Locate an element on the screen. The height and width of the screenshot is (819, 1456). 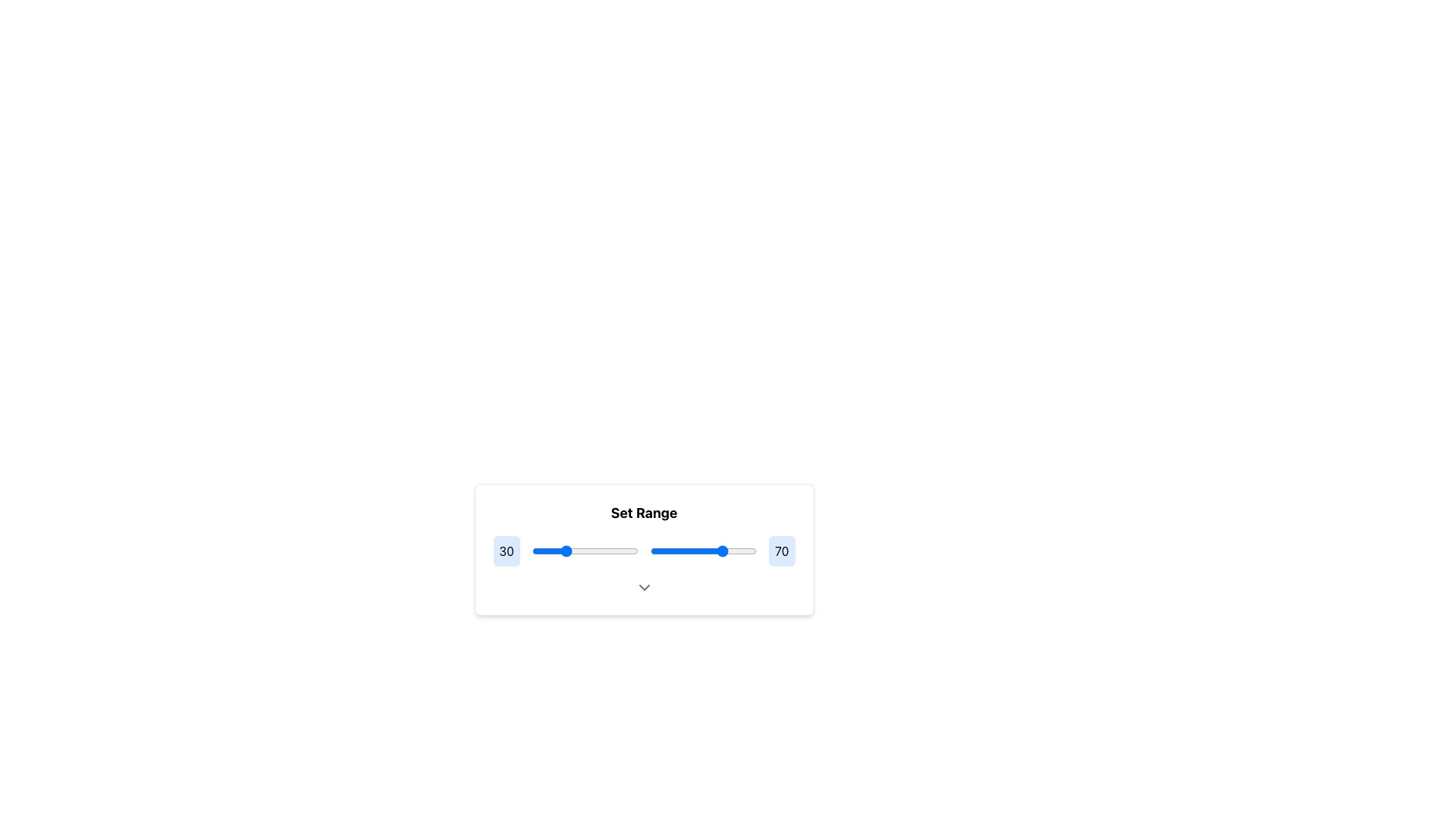
the start value of the range slider is located at coordinates (636, 551).